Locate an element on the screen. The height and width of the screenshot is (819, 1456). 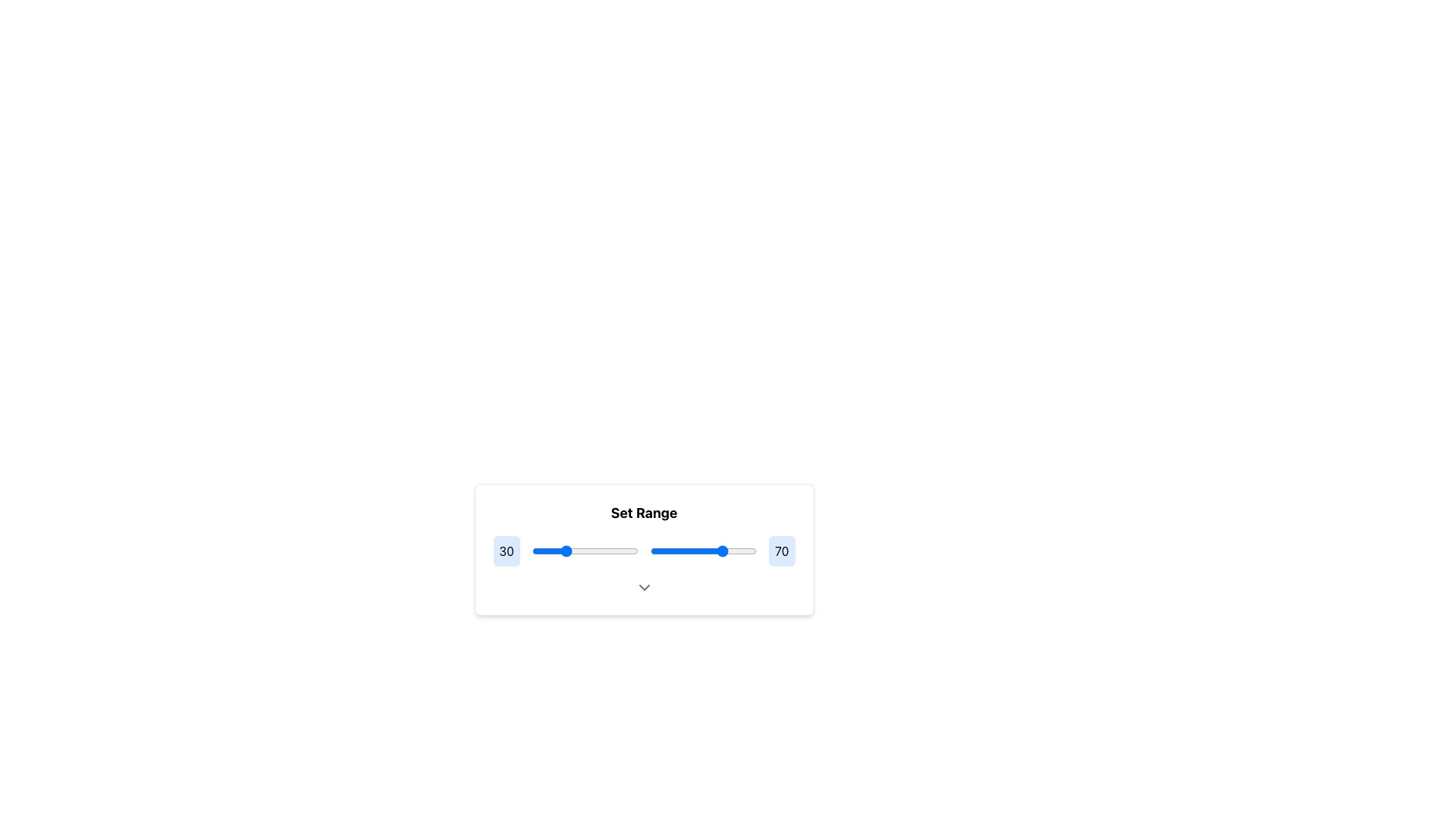
the start value of the range slider is located at coordinates (636, 551).